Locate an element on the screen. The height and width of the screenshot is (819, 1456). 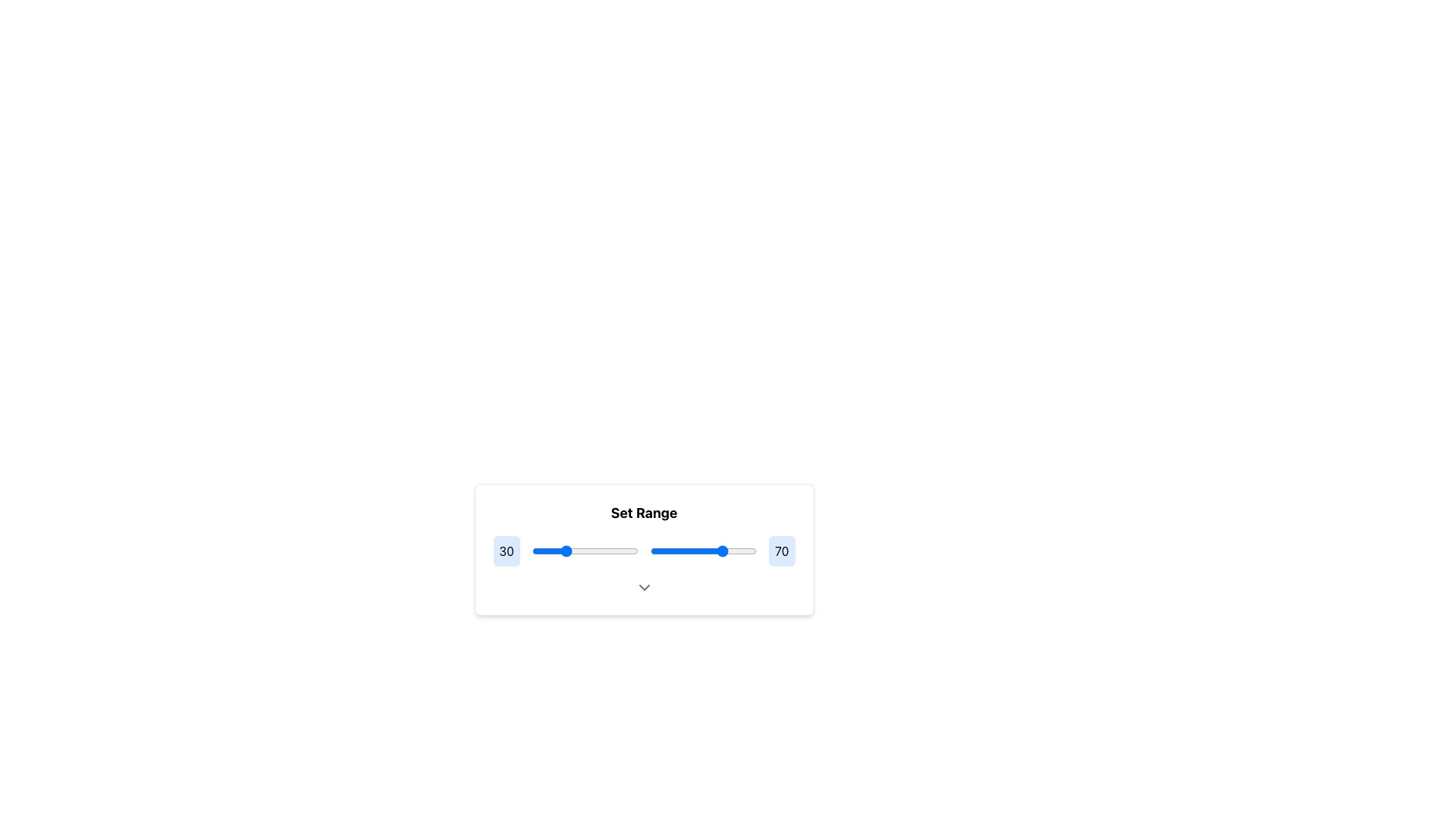
the start value of the range slider is located at coordinates (636, 551).